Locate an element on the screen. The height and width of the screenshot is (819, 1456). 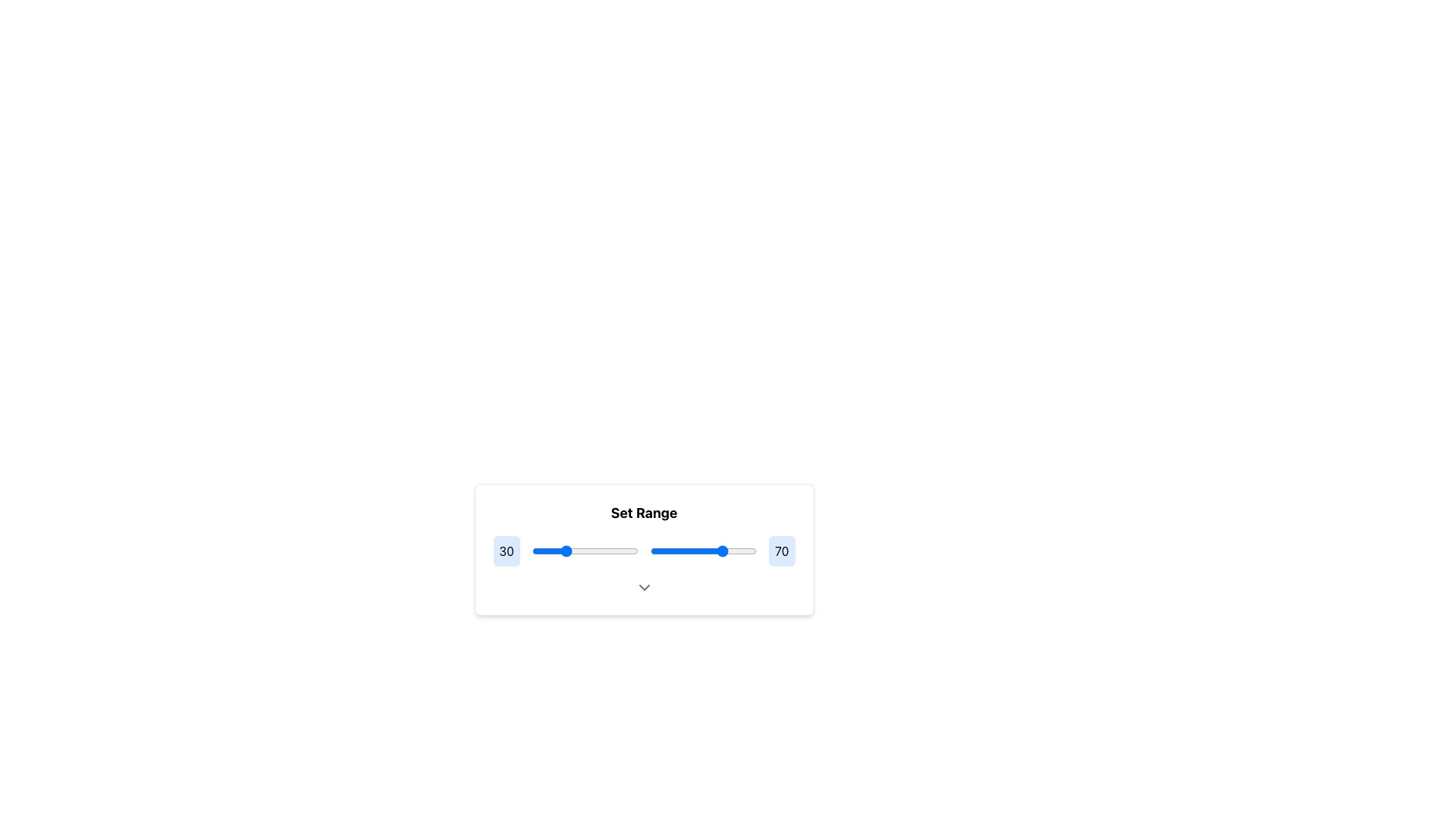
the start value of the range slider is located at coordinates (636, 551).